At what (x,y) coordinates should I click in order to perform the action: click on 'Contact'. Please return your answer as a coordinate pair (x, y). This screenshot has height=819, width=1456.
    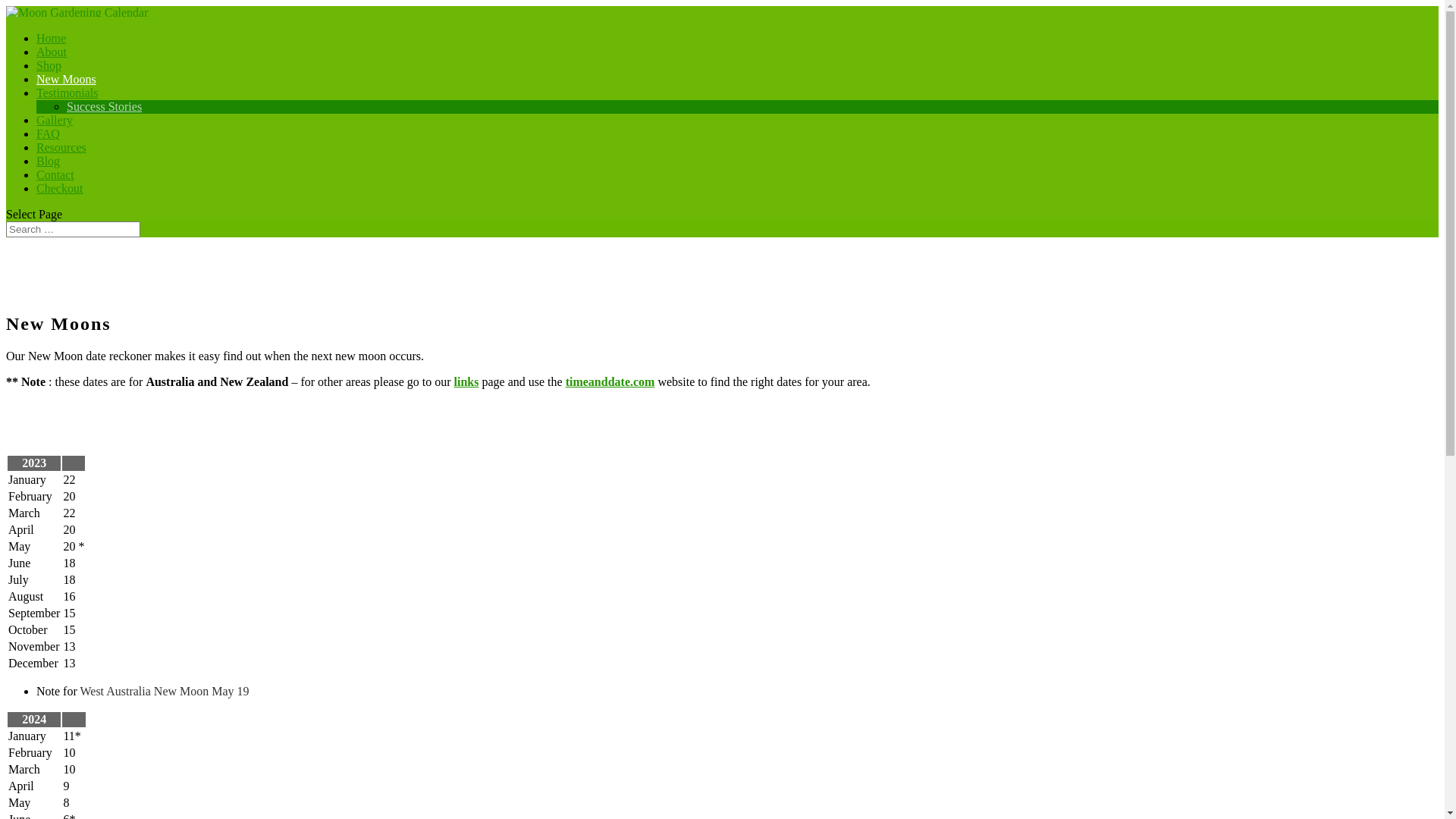
    Looking at the image, I should click on (55, 180).